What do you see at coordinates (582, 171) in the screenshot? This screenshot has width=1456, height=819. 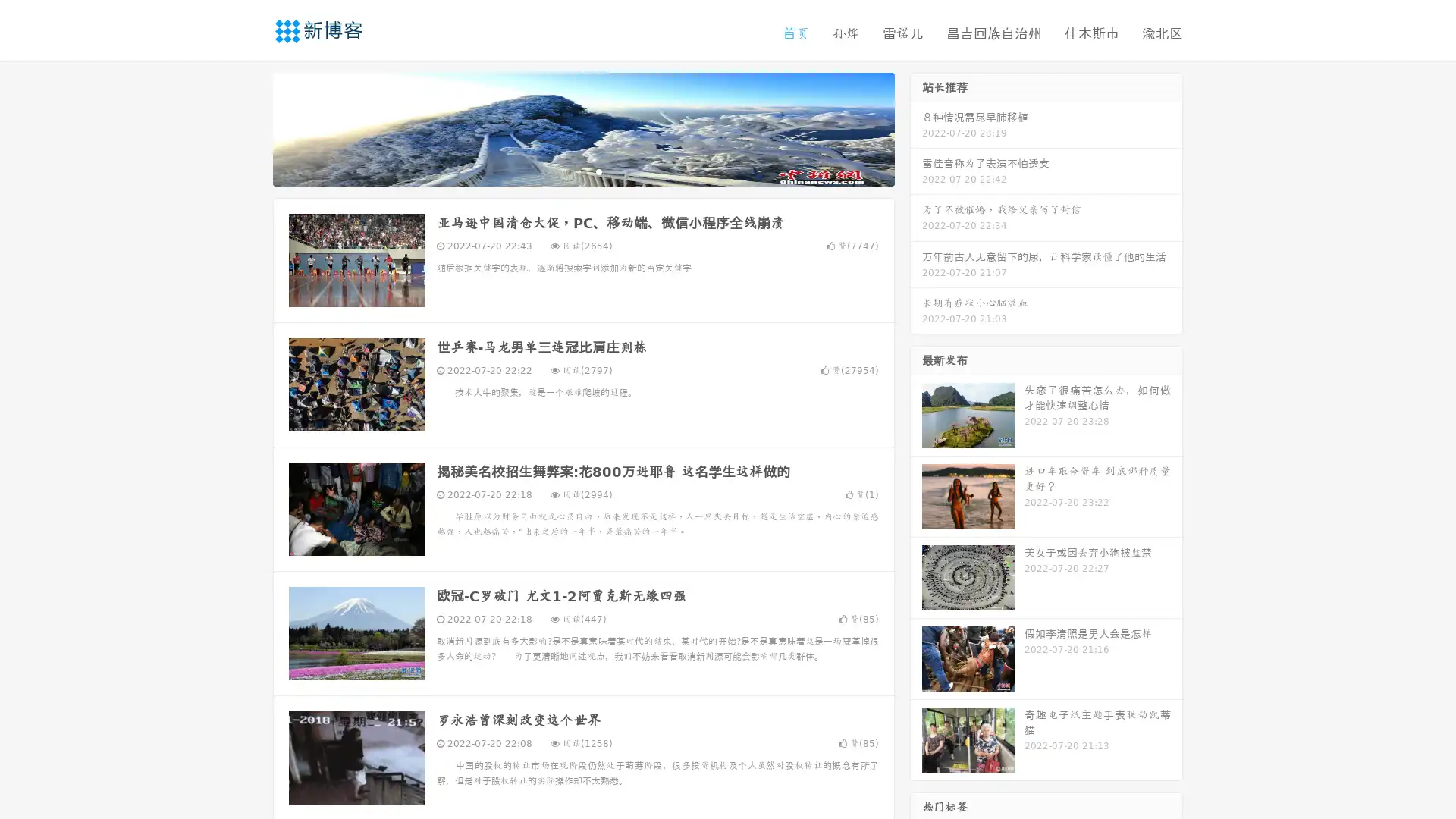 I see `Go to slide 2` at bounding box center [582, 171].